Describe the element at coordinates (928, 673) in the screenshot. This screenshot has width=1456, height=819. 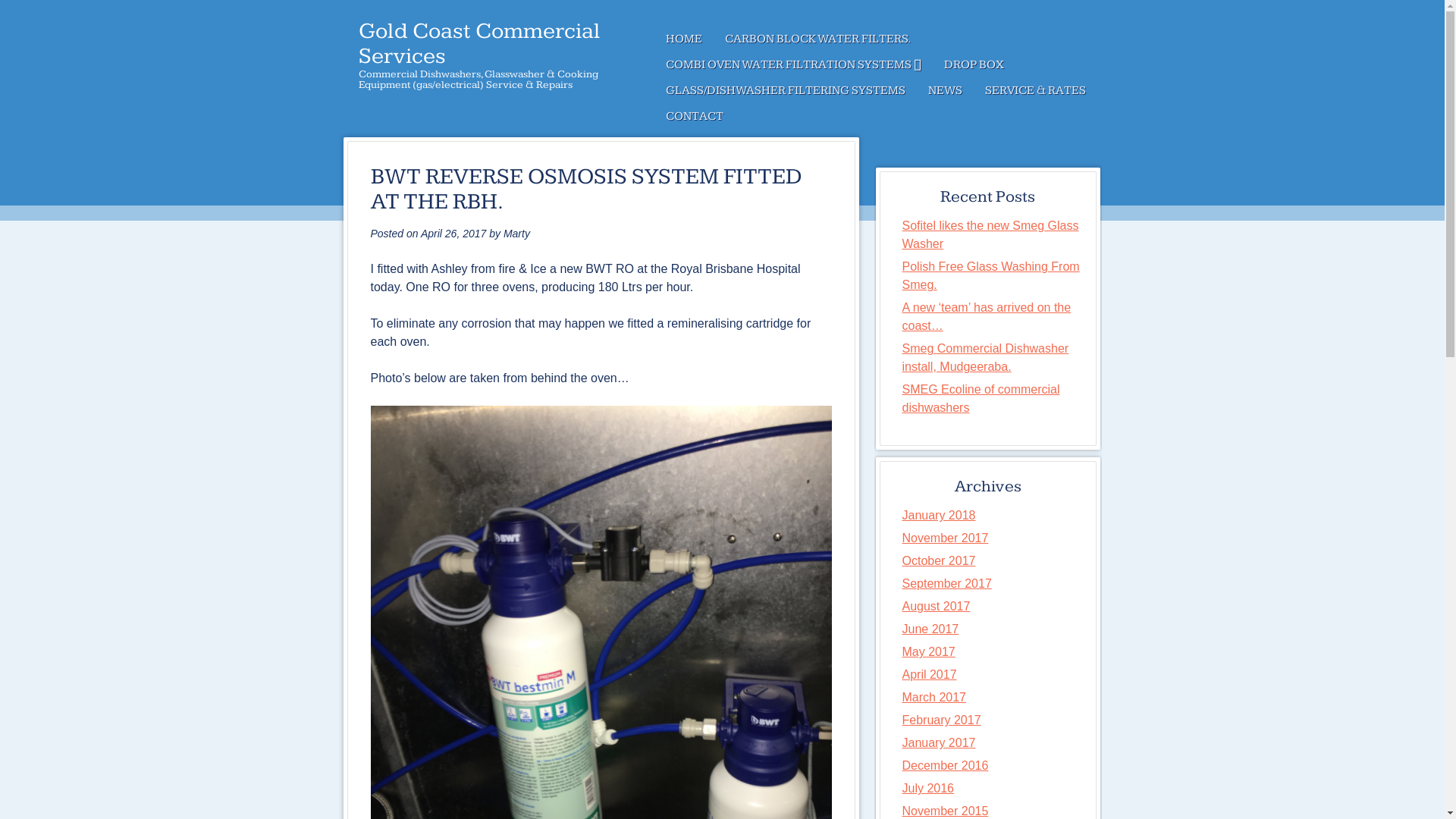
I see `'April 2017'` at that location.